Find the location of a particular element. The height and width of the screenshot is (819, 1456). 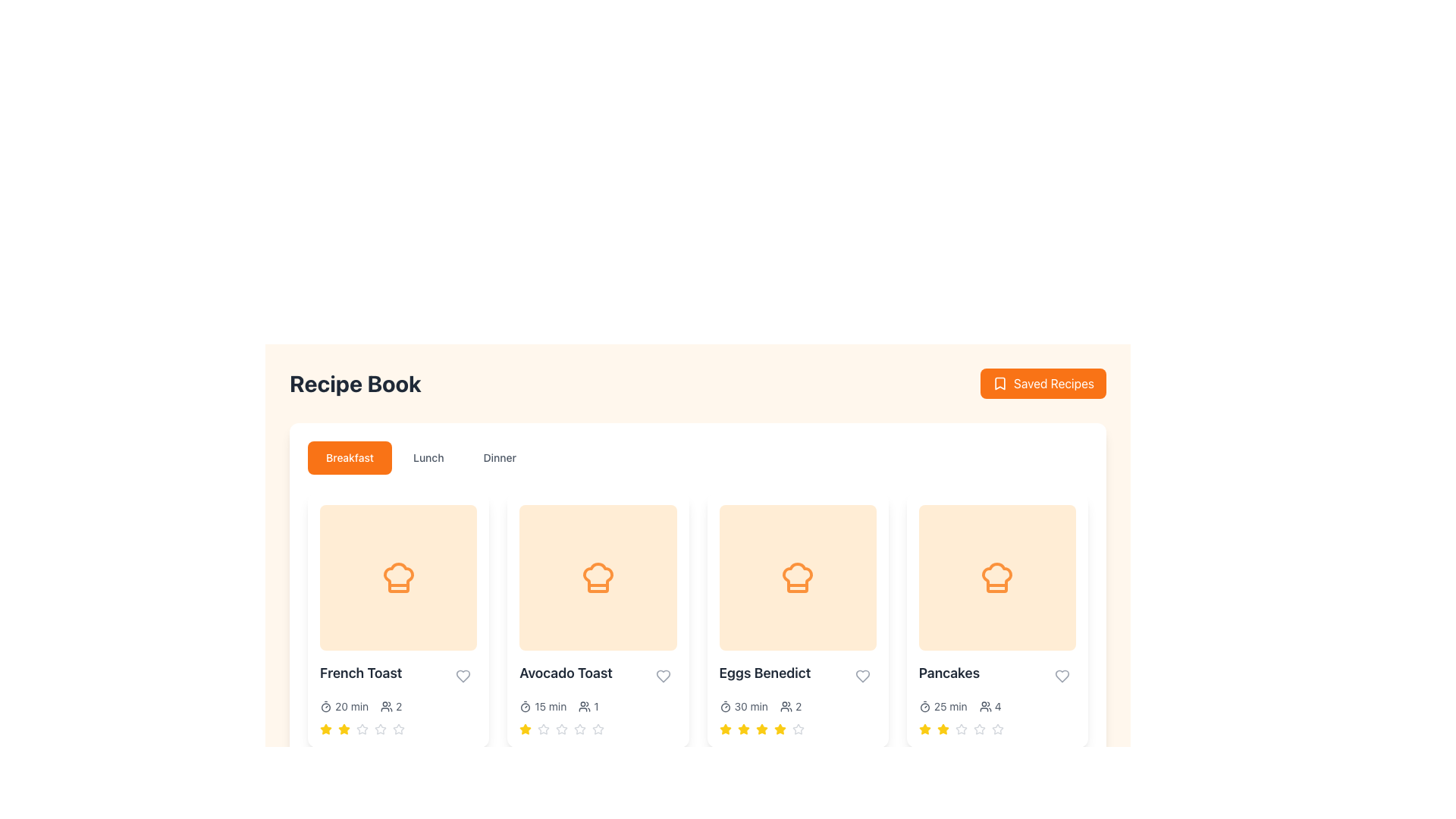

the 'Saved Recipes' button which contains a label indicating its purpose is located at coordinates (1053, 382).